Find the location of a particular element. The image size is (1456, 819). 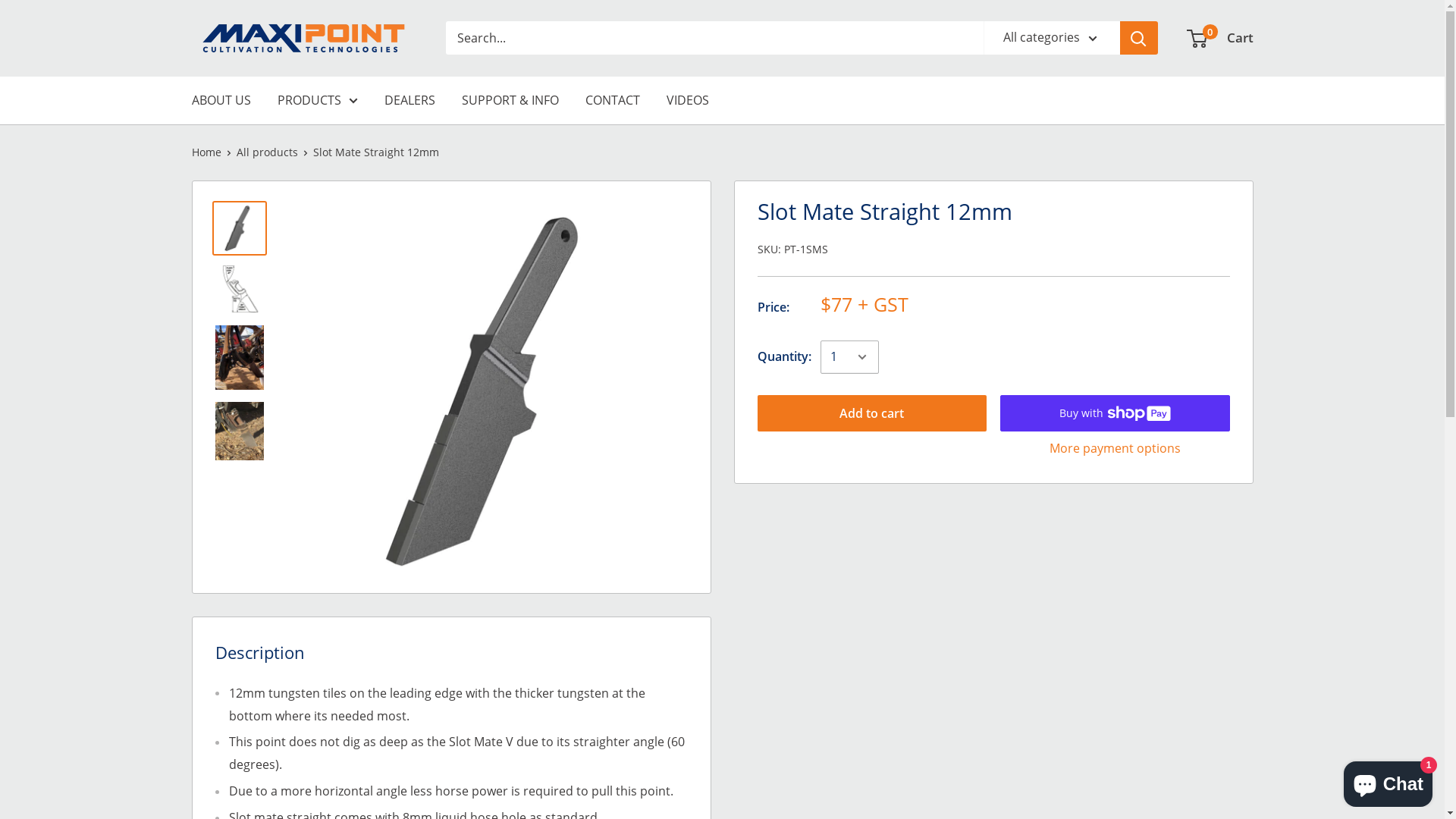

'DEALERS' is located at coordinates (383, 100).